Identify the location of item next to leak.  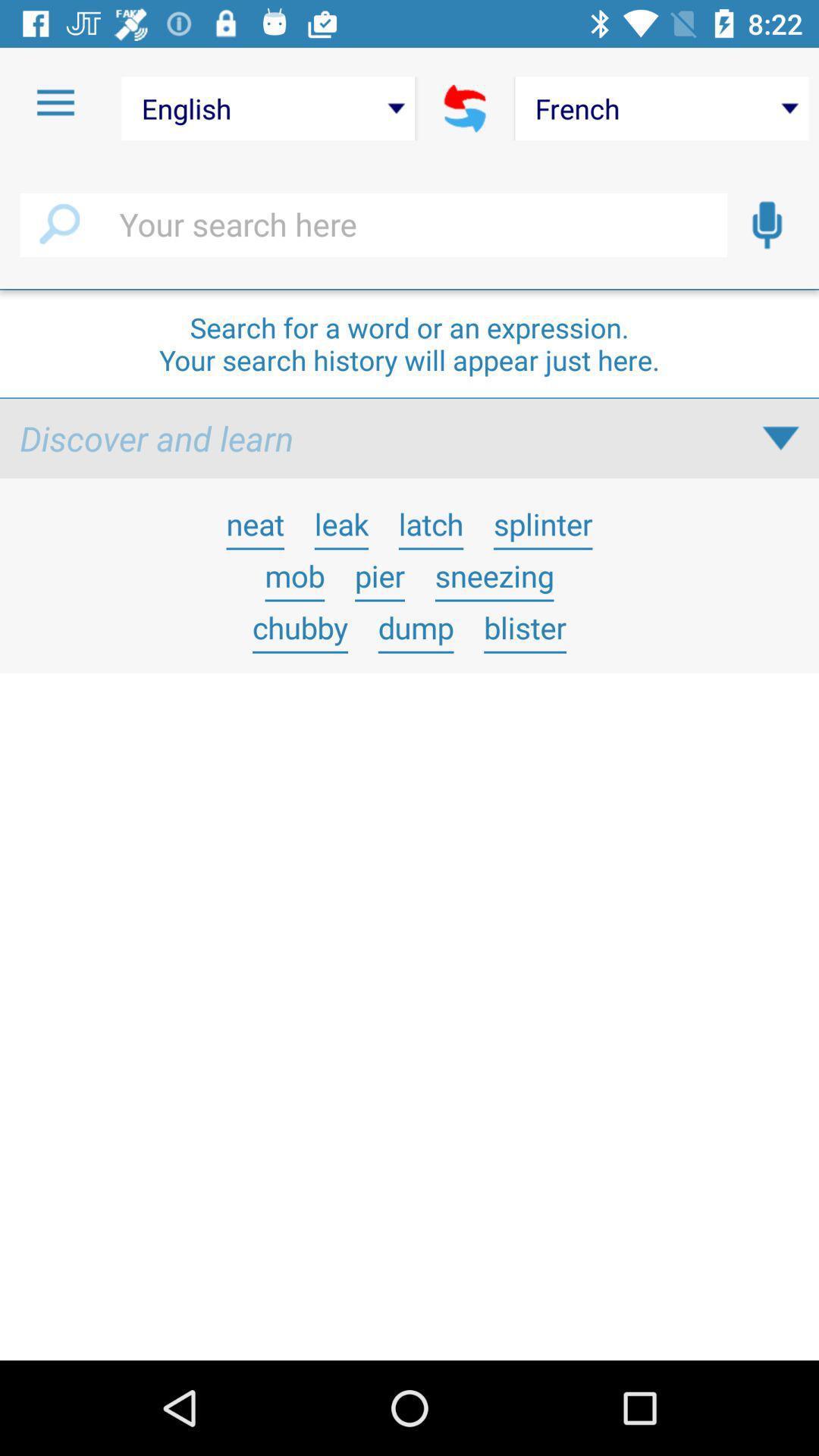
(431, 524).